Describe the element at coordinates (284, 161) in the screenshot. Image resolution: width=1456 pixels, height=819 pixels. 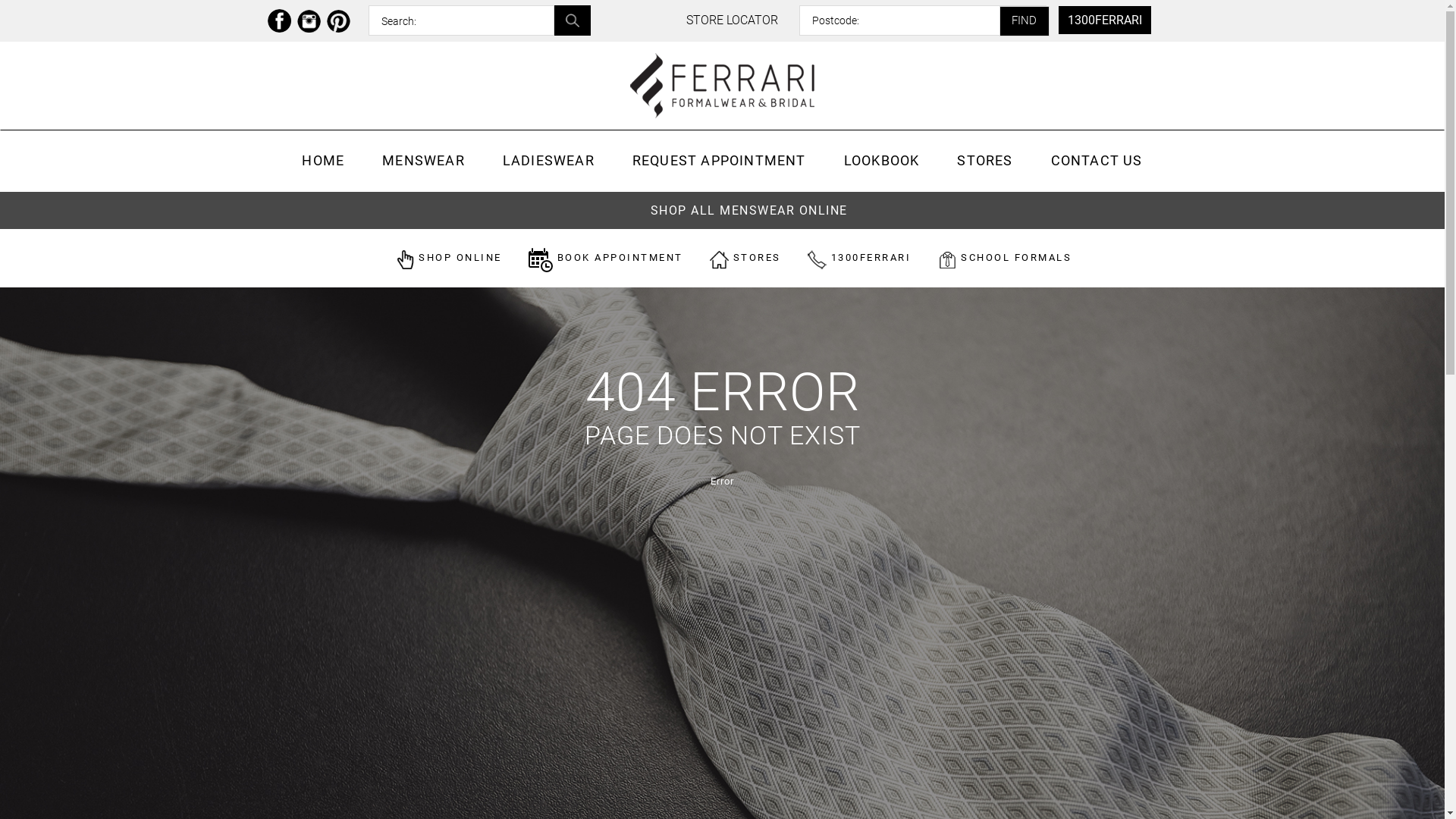
I see `'HOME'` at that location.